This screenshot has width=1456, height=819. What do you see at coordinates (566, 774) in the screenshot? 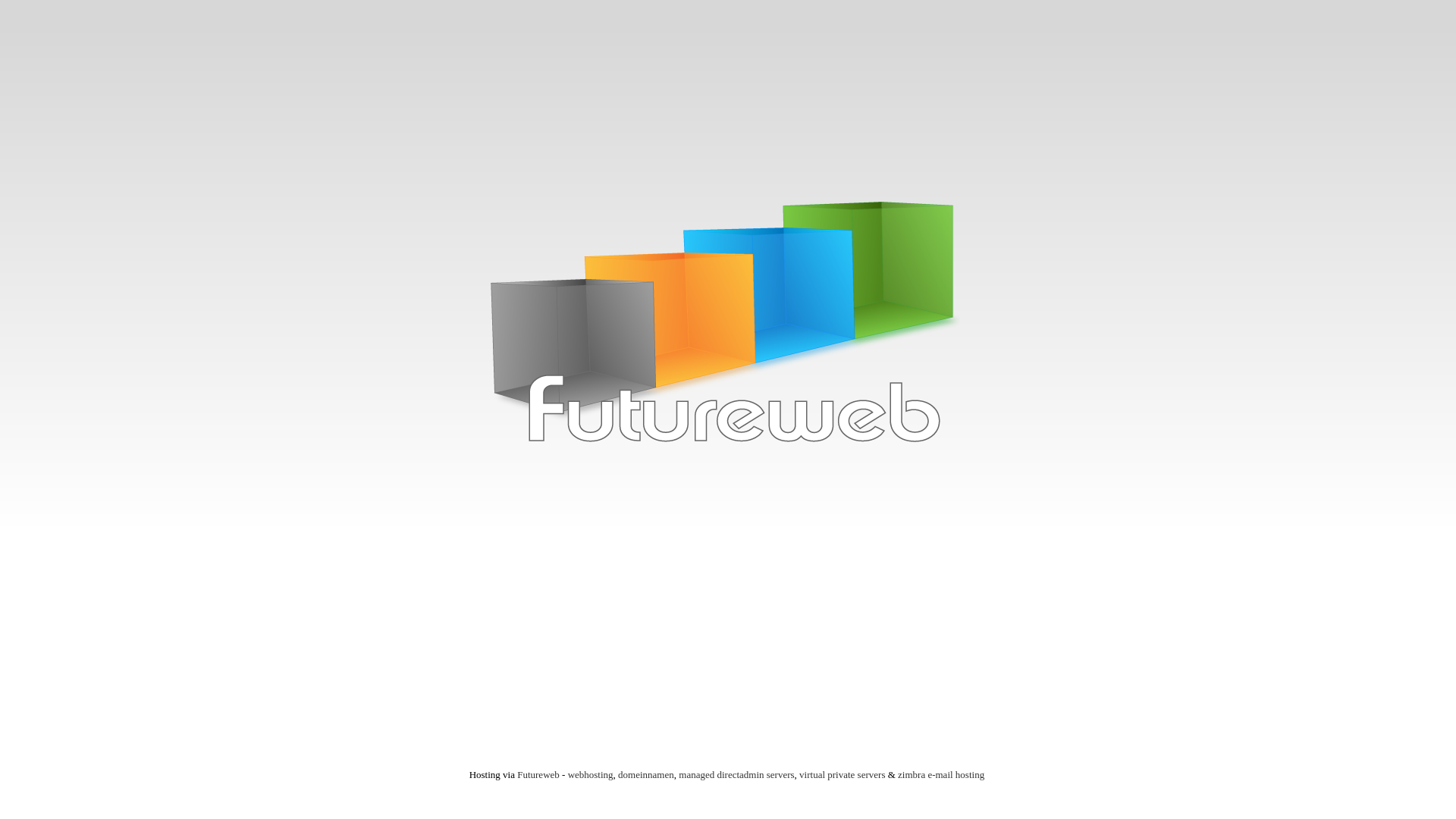
I see `'webhosting'` at bounding box center [566, 774].